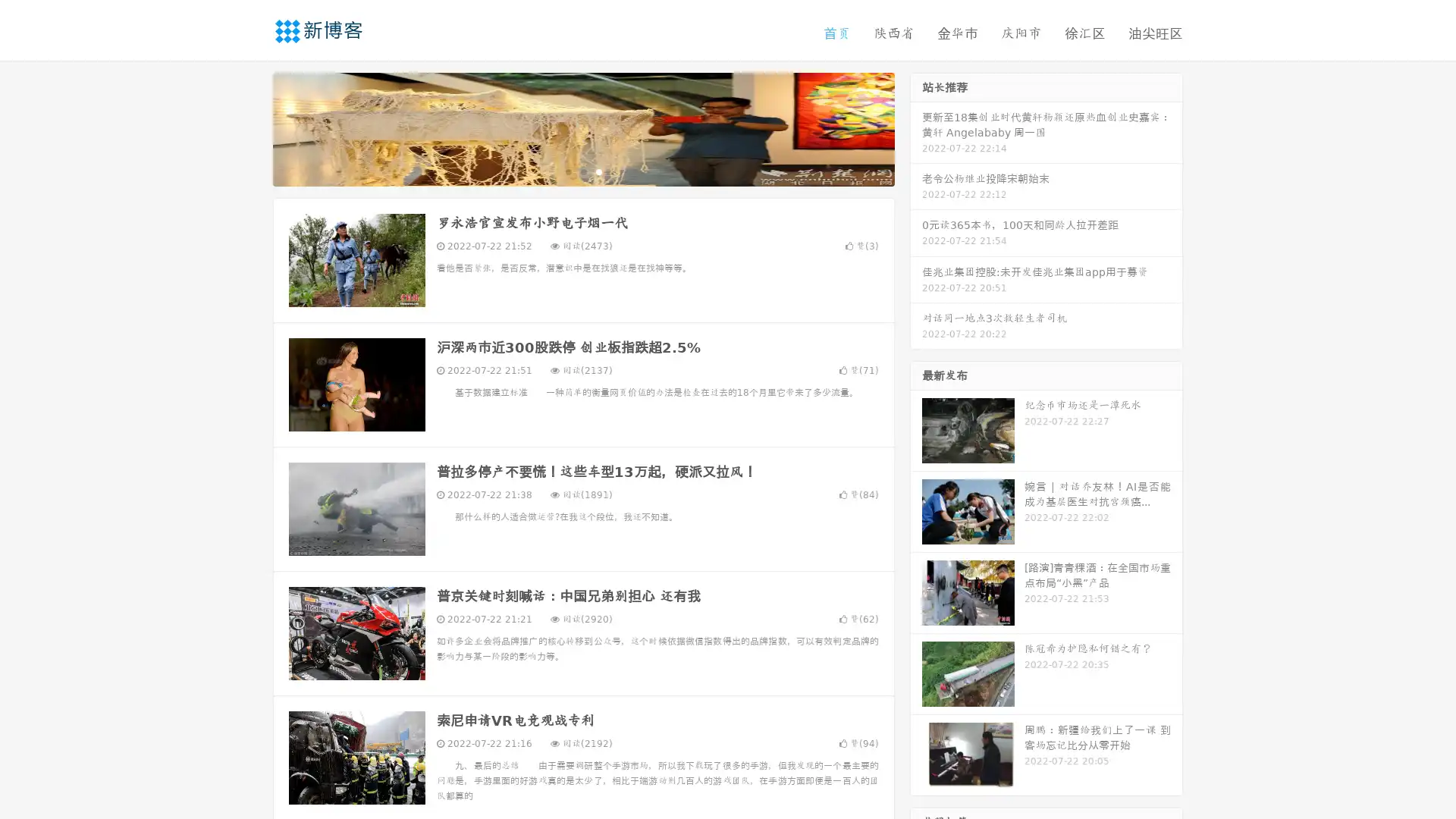  Describe the element at coordinates (598, 171) in the screenshot. I see `Go to slide 3` at that location.